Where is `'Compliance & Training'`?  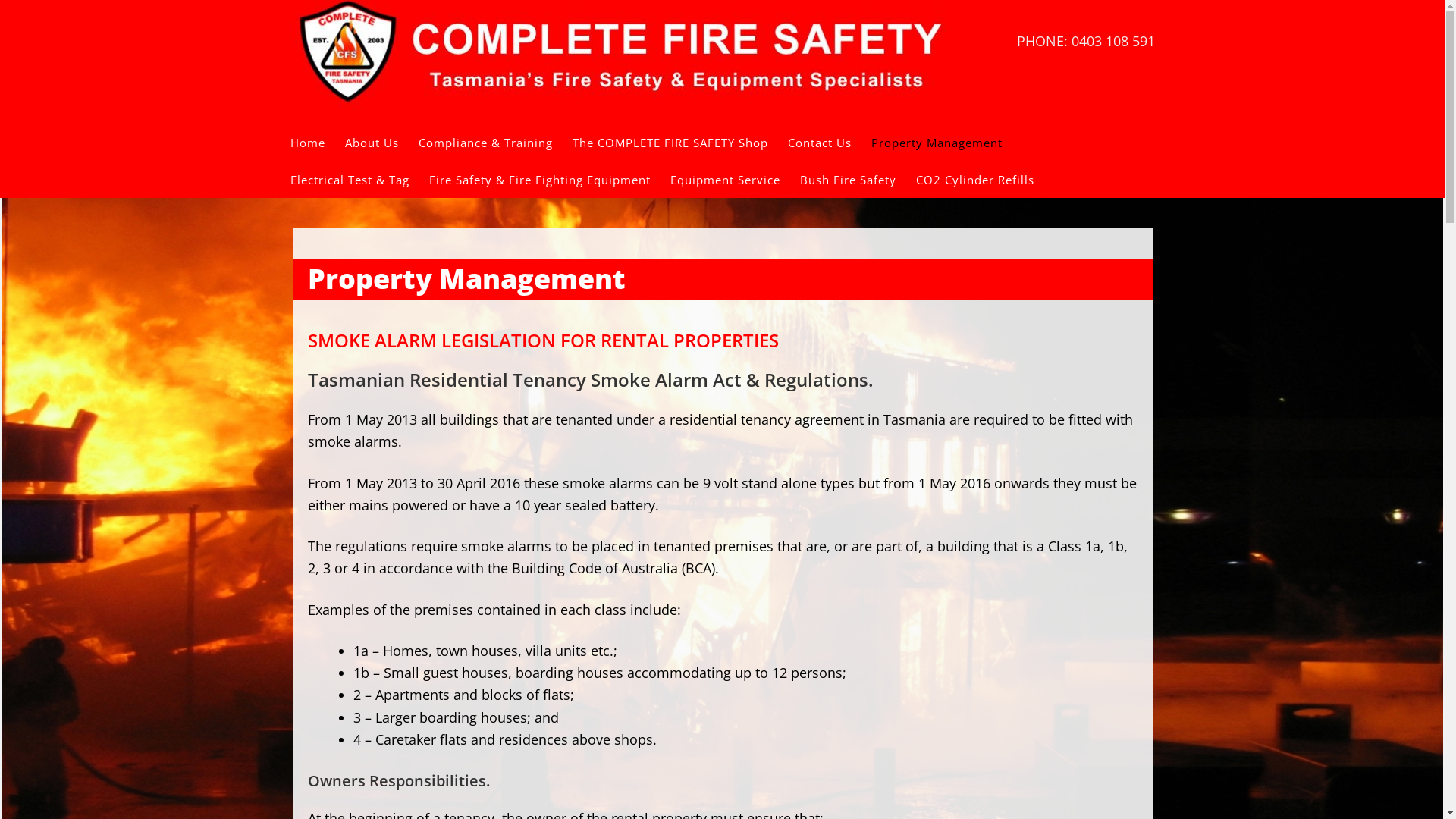
'Compliance & Training' is located at coordinates (495, 143).